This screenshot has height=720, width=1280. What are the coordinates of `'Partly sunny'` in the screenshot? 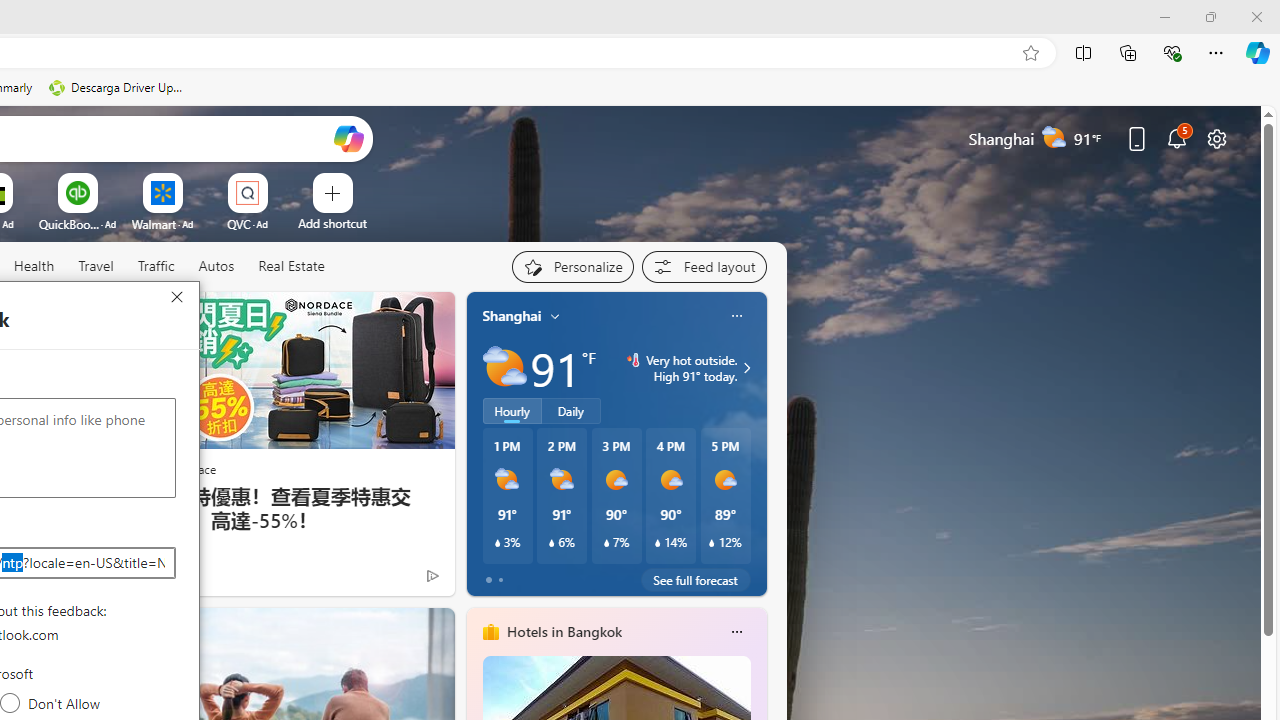 It's located at (504, 368).